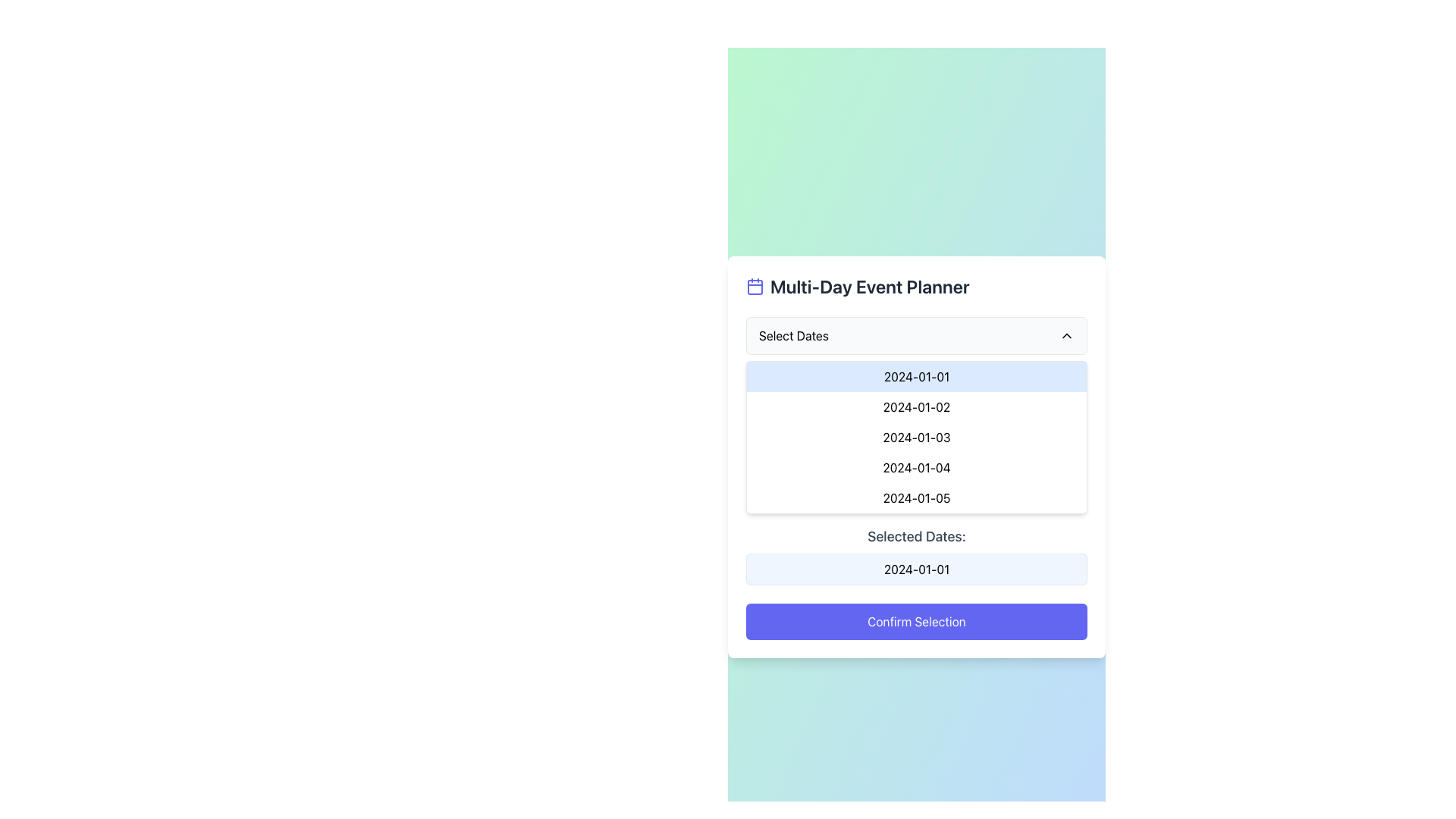  Describe the element at coordinates (916, 570) in the screenshot. I see `the Text Display Box that shows the selected date, located below the 'Selected Dates:' label and above the 'Confirm Selection' button` at that location.